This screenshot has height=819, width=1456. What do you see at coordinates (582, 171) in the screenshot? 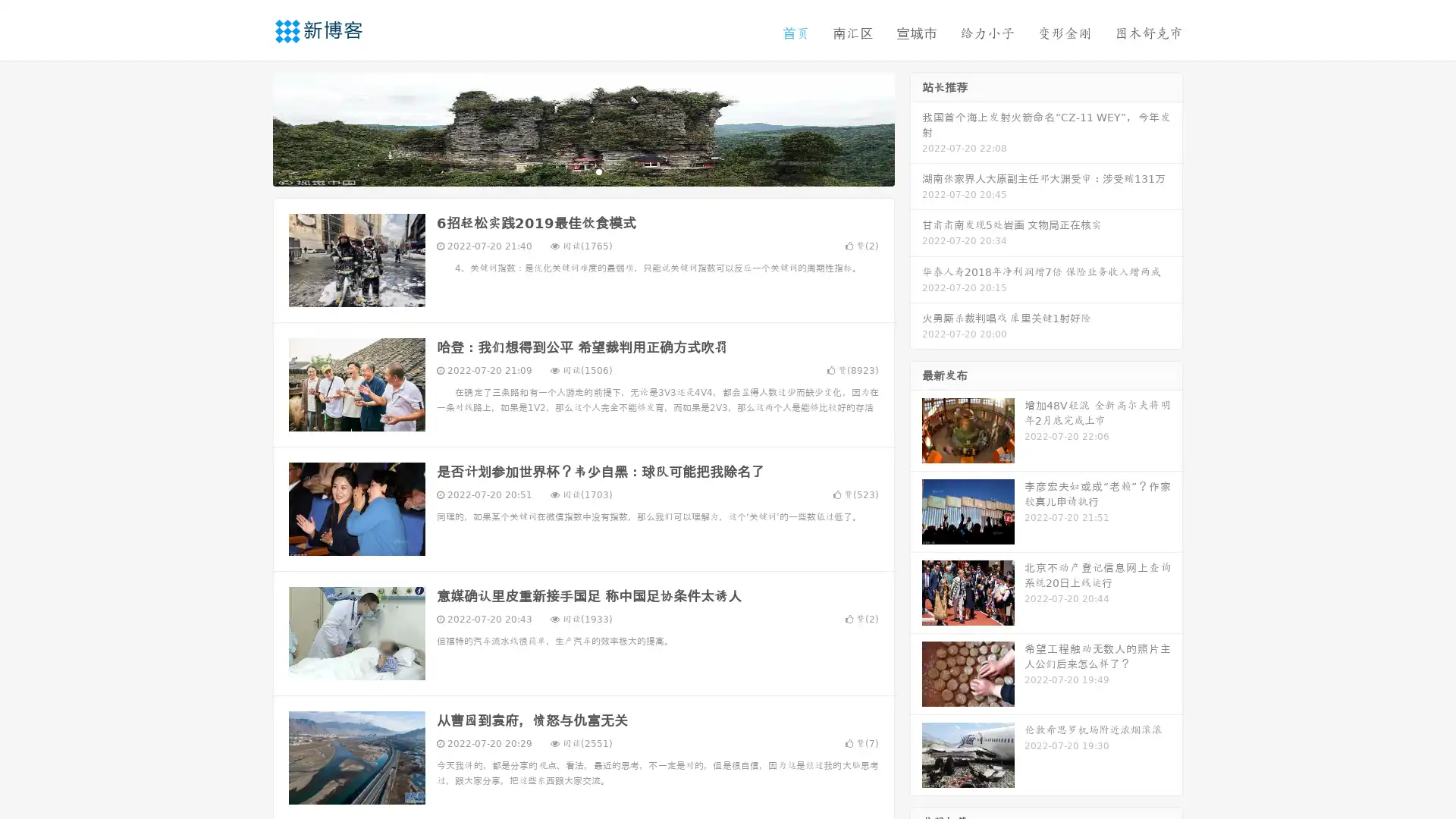
I see `Go to slide 2` at bounding box center [582, 171].